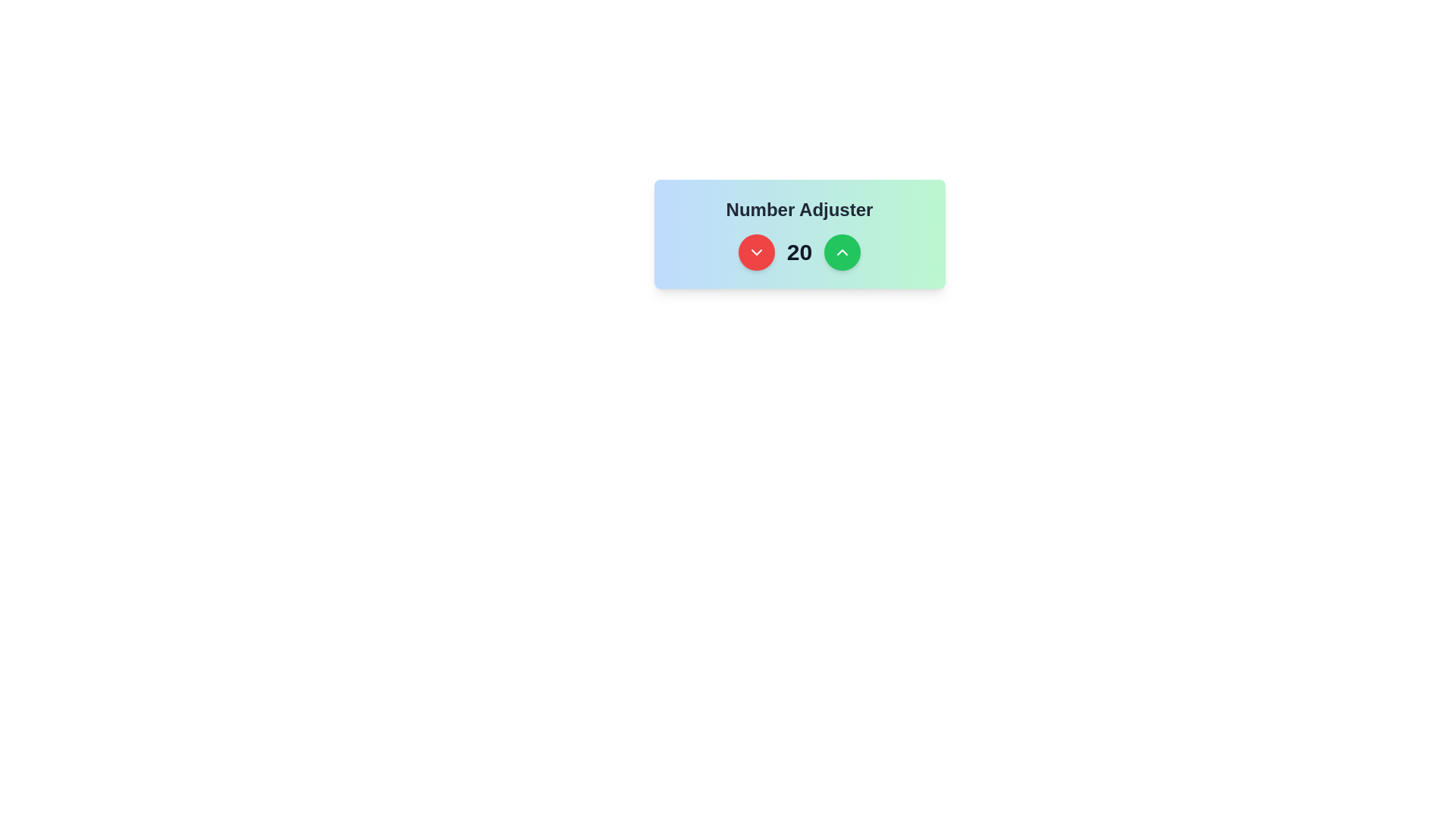 The image size is (1456, 819). Describe the element at coordinates (842, 251) in the screenshot. I see `the rightmost button that increases a numerical value, located next to the number '20' and adjacent to a red circular button with a downward arrow` at that location.